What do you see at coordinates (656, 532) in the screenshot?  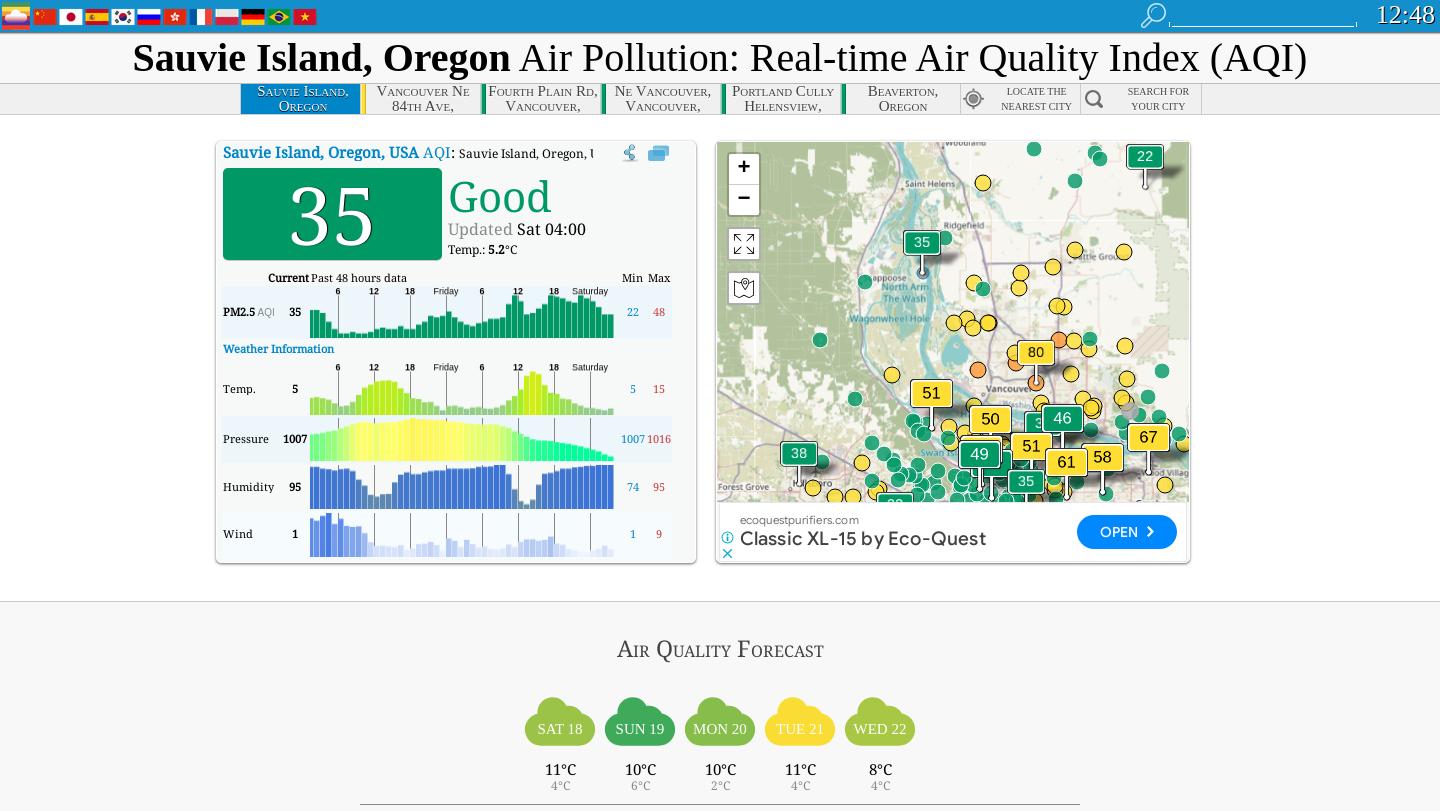 I see `'9'` at bounding box center [656, 532].